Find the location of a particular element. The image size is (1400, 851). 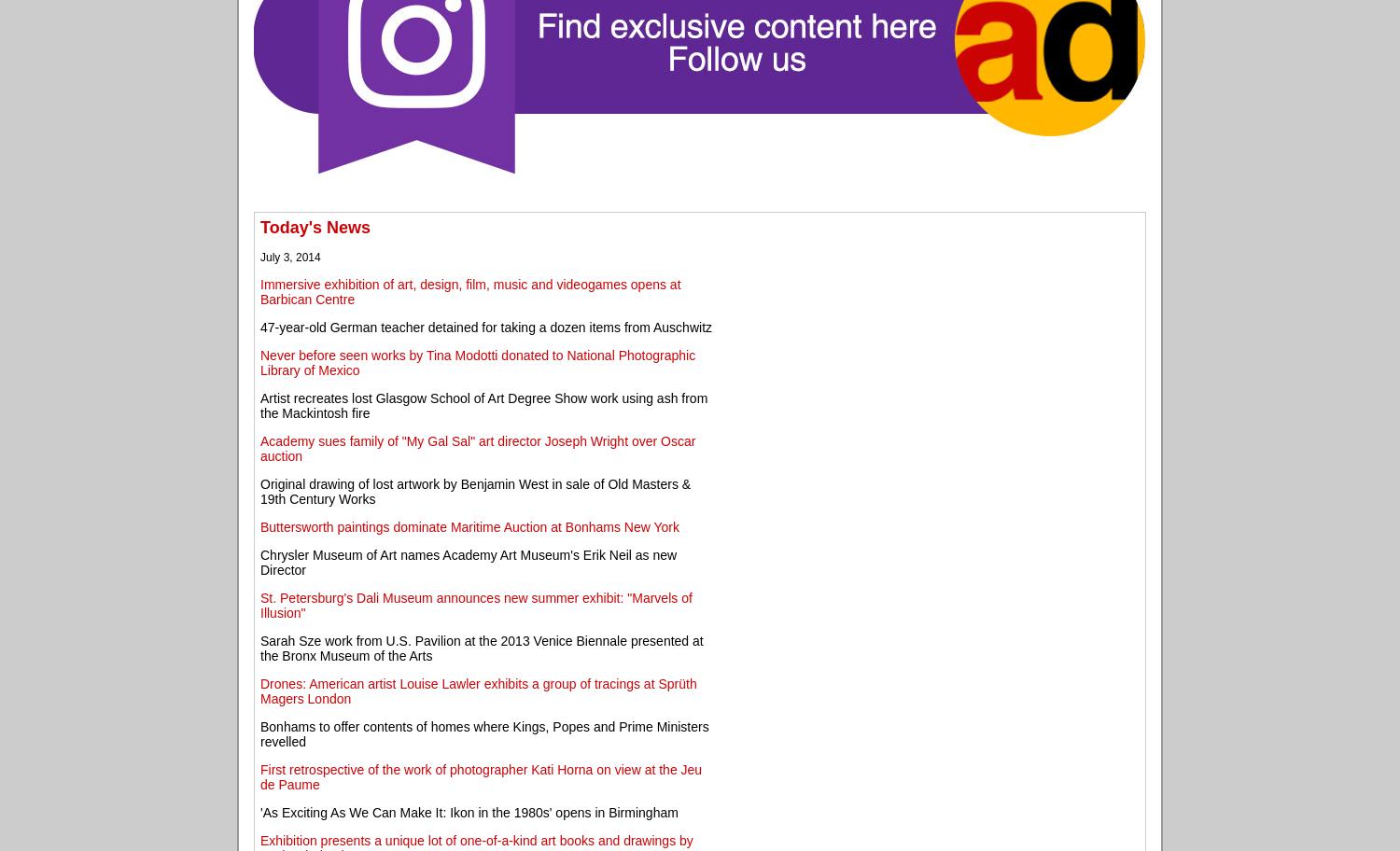

'Immersive exhibition of art, design, film, music and videogames opens at Barbican Centre' is located at coordinates (470, 290).